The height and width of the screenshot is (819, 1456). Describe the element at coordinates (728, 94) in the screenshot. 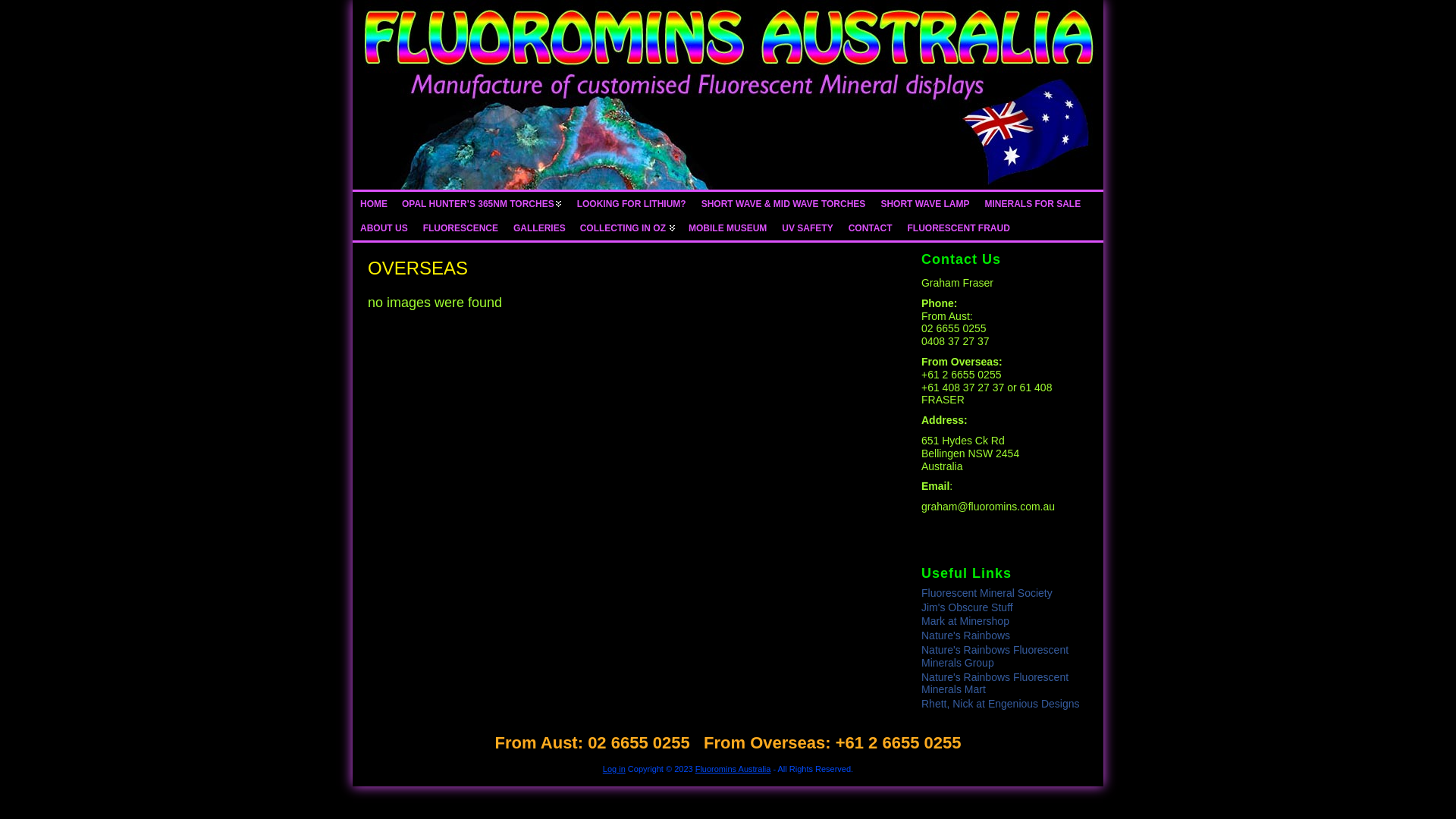

I see `' '` at that location.